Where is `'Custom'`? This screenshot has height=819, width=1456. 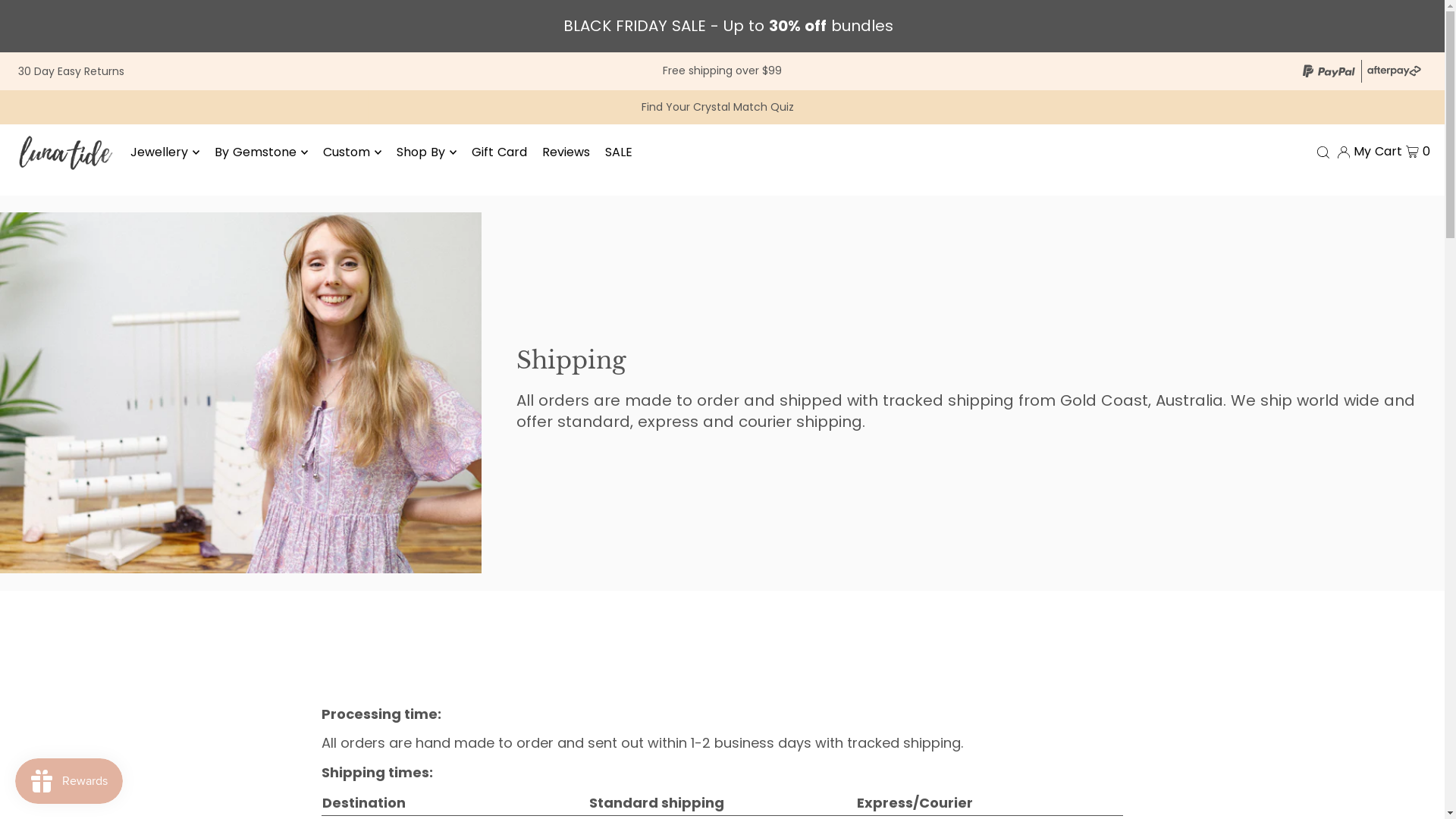
'Custom' is located at coordinates (322, 152).